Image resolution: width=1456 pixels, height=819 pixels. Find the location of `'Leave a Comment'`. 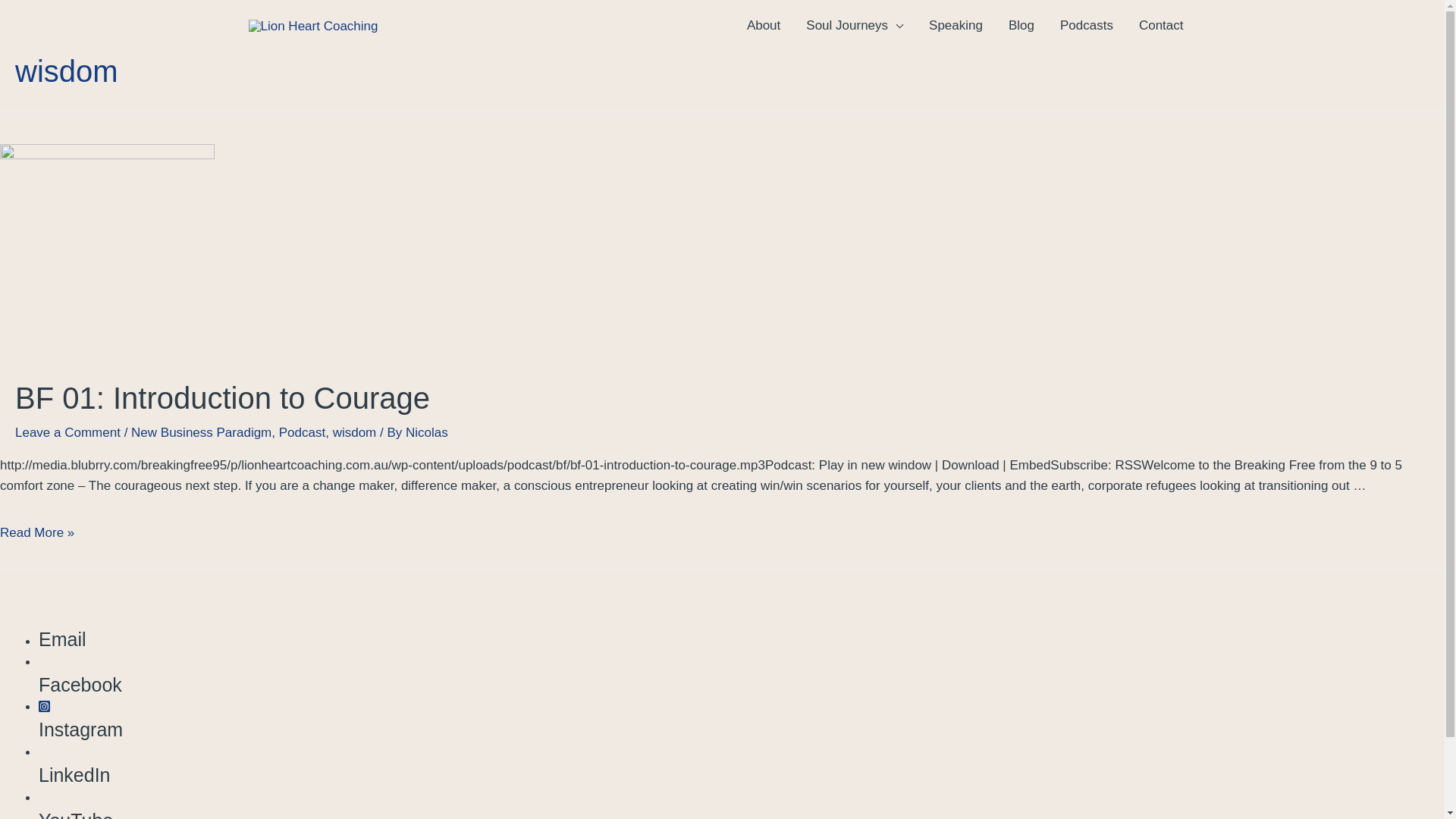

'Leave a Comment' is located at coordinates (67, 432).